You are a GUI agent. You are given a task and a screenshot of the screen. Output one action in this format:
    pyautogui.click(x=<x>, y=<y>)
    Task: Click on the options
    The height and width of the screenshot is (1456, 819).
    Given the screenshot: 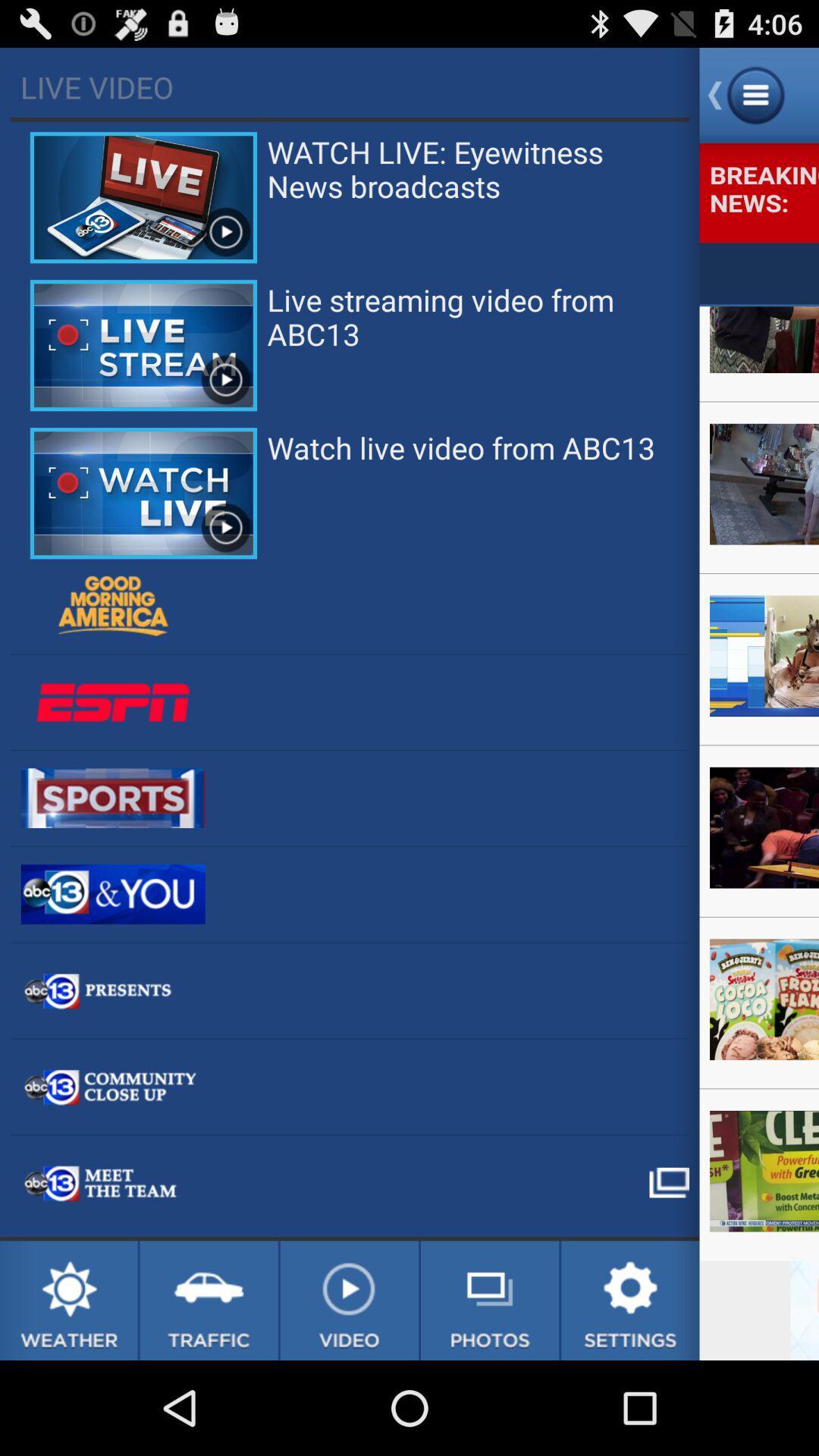 What is the action you would take?
    pyautogui.click(x=630, y=1300)
    